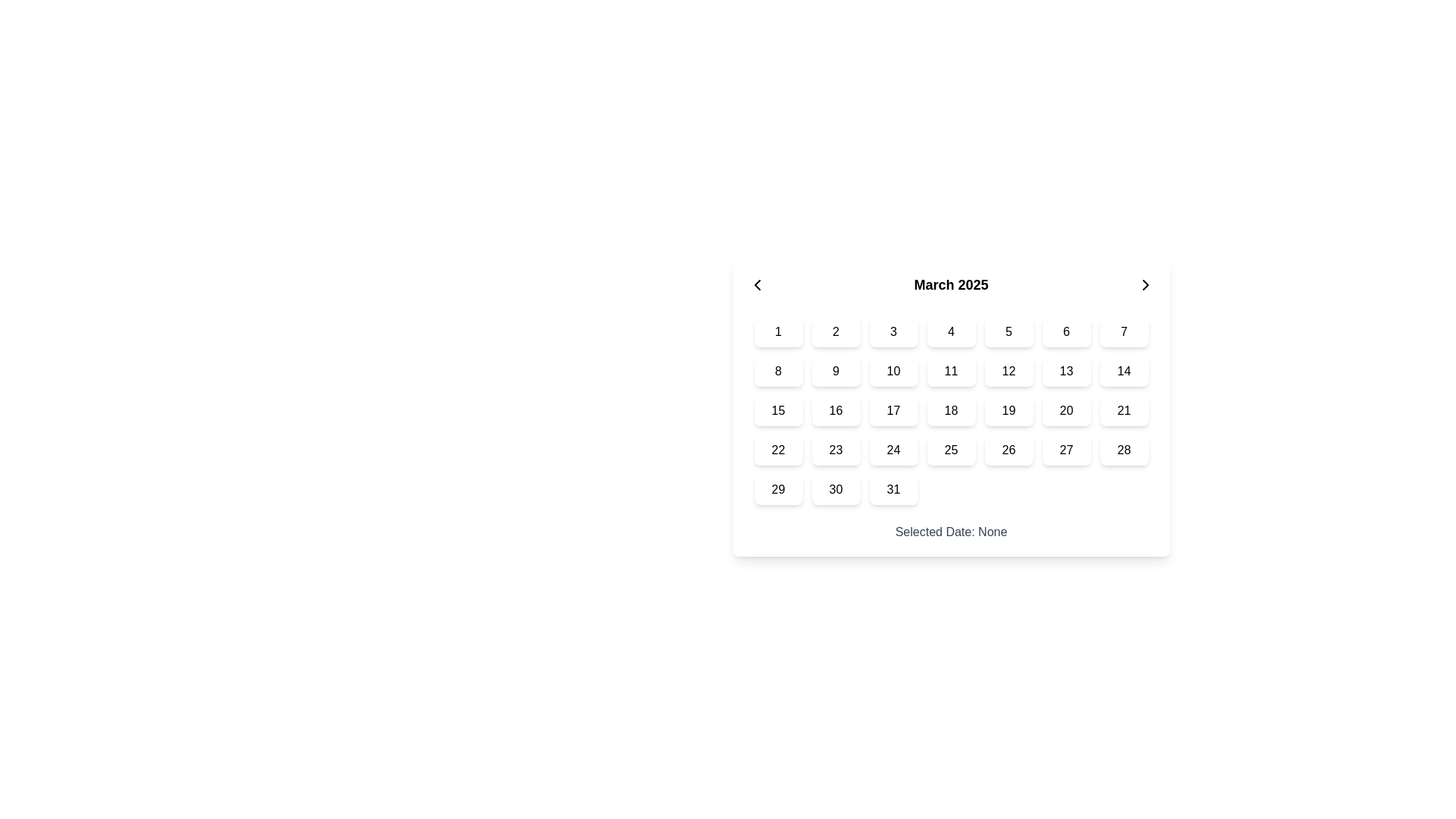 This screenshot has width=1456, height=819. Describe the element at coordinates (1145, 284) in the screenshot. I see `the small rightward-pointing chevron icon located to the immediate right of the text 'March 2025'` at that location.